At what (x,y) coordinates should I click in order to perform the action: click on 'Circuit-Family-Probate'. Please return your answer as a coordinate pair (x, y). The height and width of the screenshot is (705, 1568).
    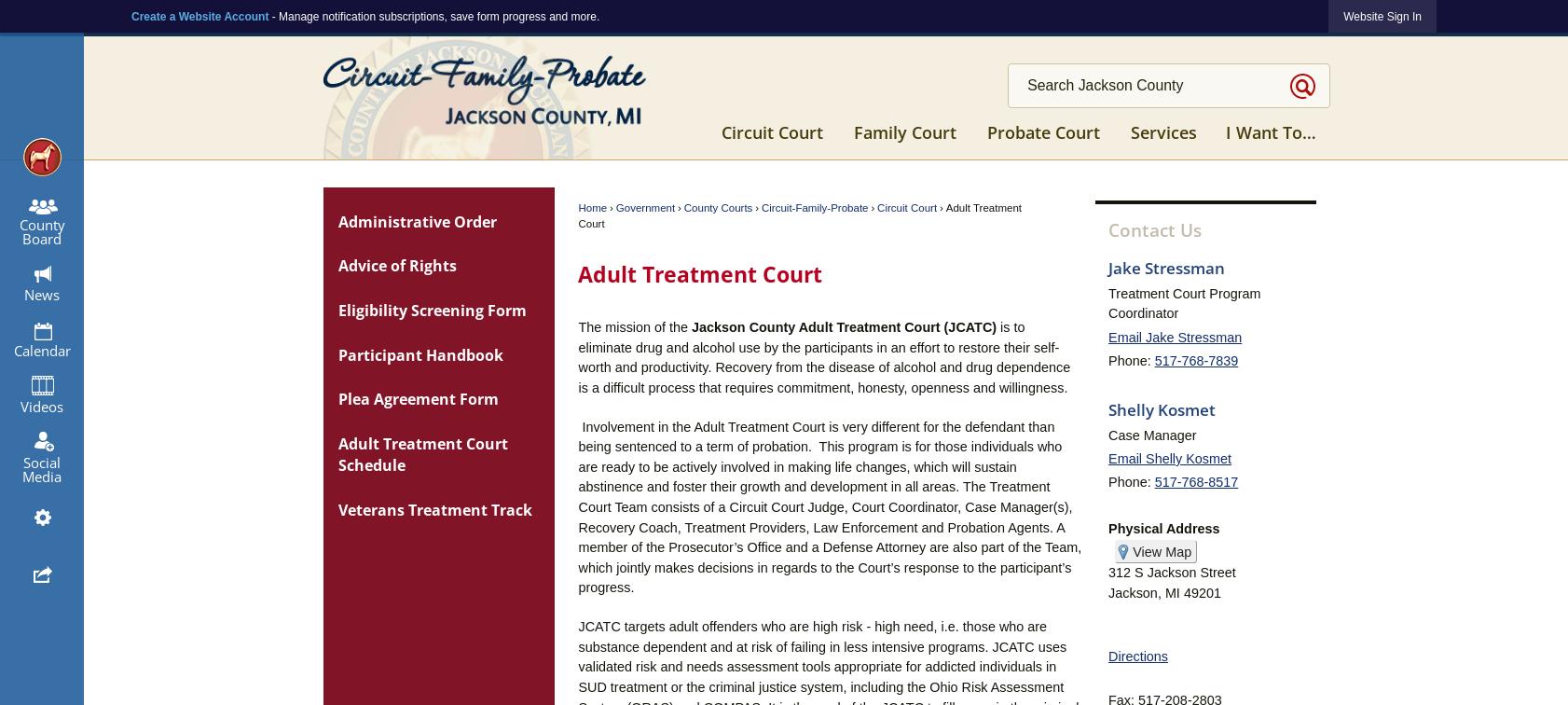
    Looking at the image, I should click on (813, 208).